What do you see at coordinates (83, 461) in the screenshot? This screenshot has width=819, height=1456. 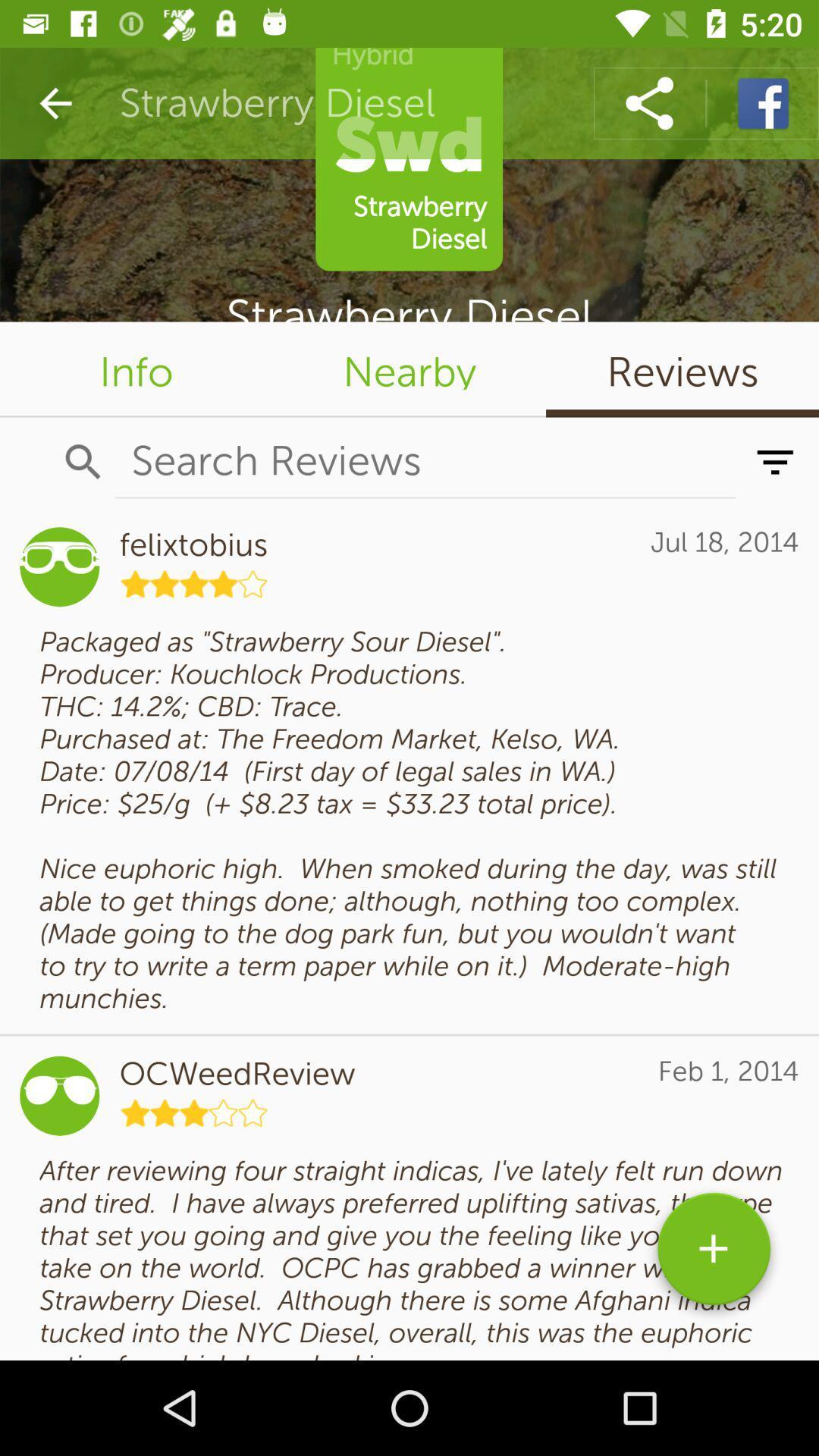 I see `the search icon` at bounding box center [83, 461].